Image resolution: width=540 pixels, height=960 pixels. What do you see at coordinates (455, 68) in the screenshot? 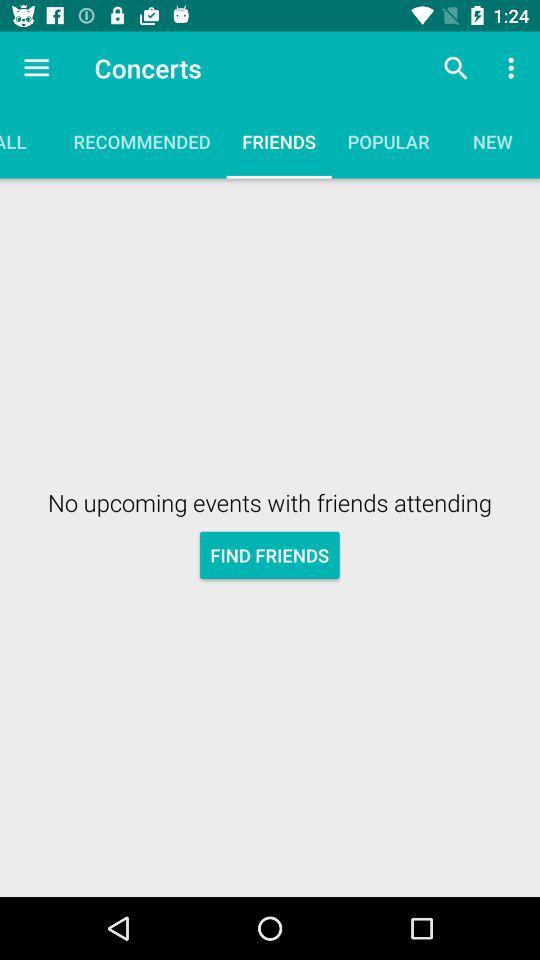
I see `icon next to concerts item` at bounding box center [455, 68].